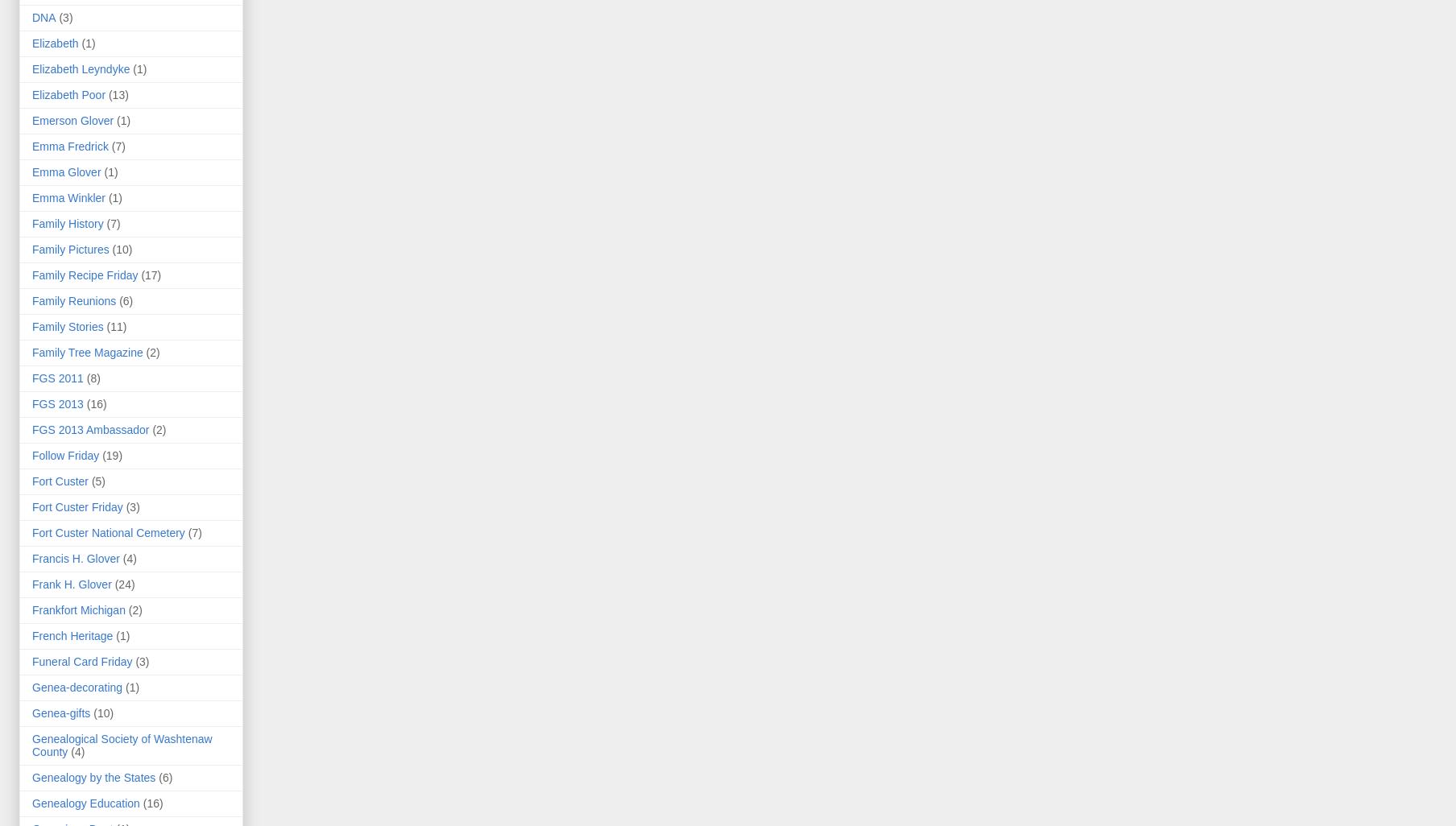 This screenshot has height=826, width=1456. Describe the element at coordinates (65, 172) in the screenshot. I see `'Emma Glover'` at that location.